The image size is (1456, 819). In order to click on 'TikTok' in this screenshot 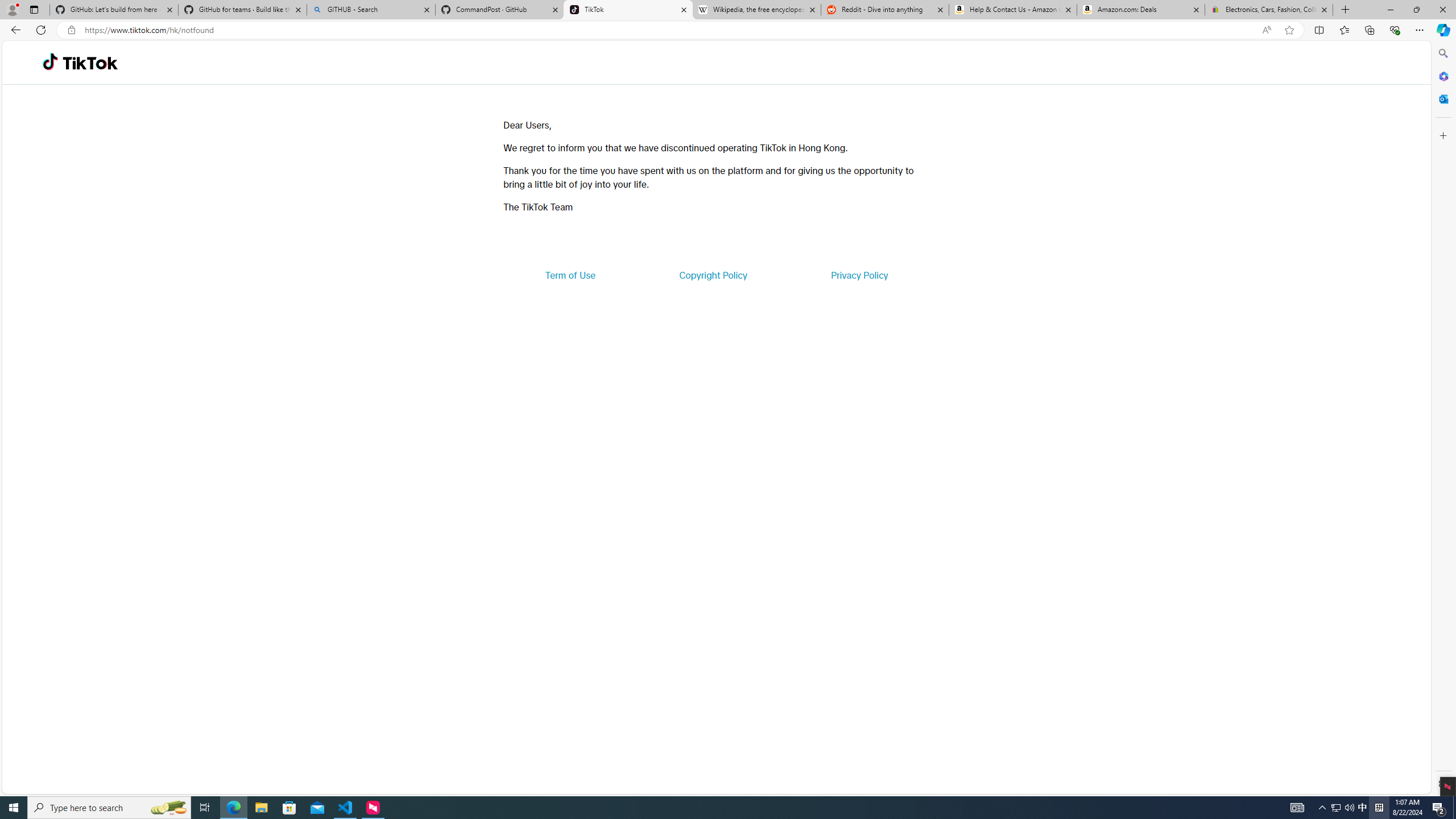, I will do `click(90, 63)`.